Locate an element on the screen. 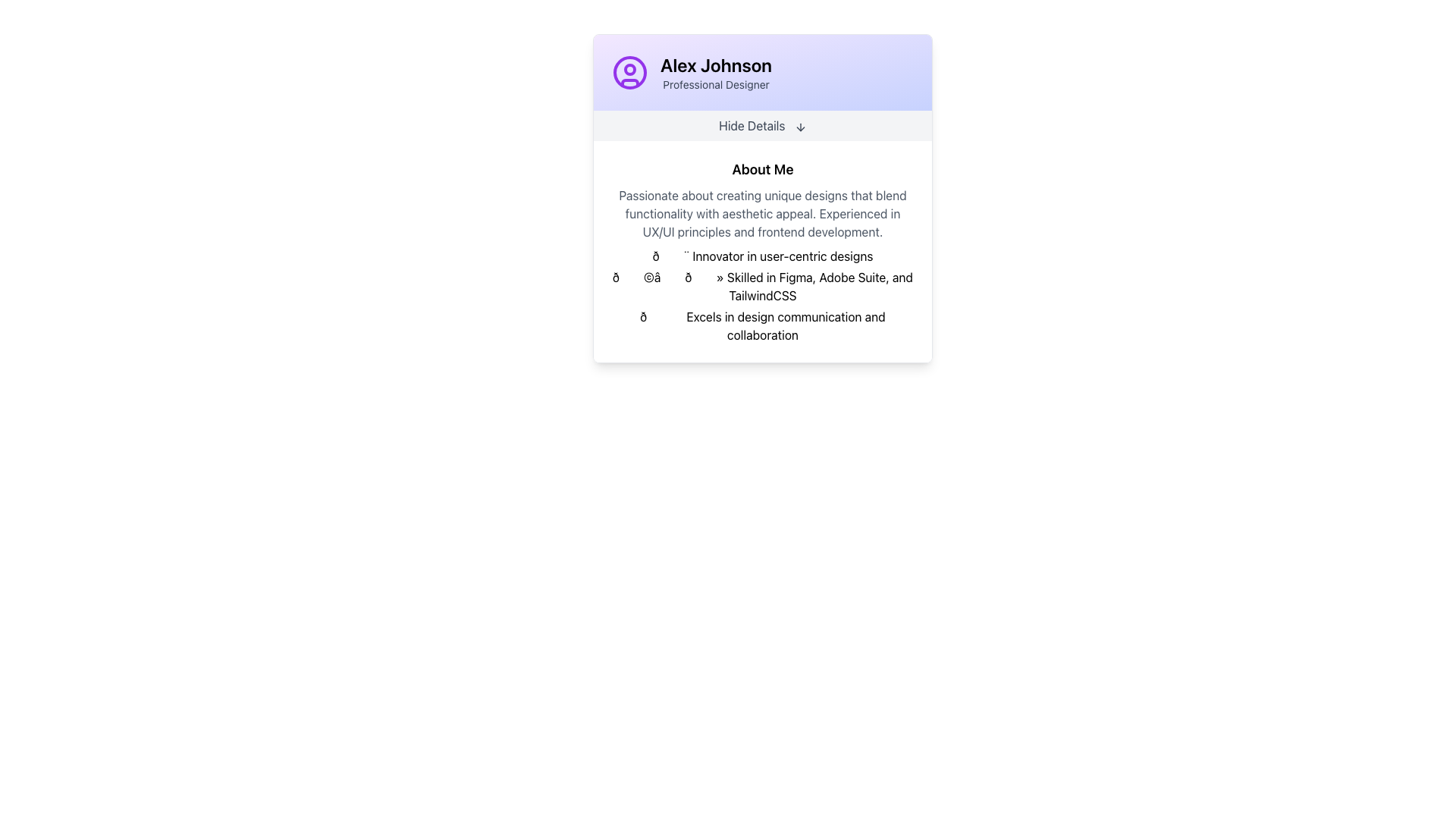 The image size is (1456, 819). the text display element that provides information about the user's skills and qualities, located below the text '👩‍💻 Skilled in Figma, Adobe Suite, and TailwindCSS' is located at coordinates (763, 325).